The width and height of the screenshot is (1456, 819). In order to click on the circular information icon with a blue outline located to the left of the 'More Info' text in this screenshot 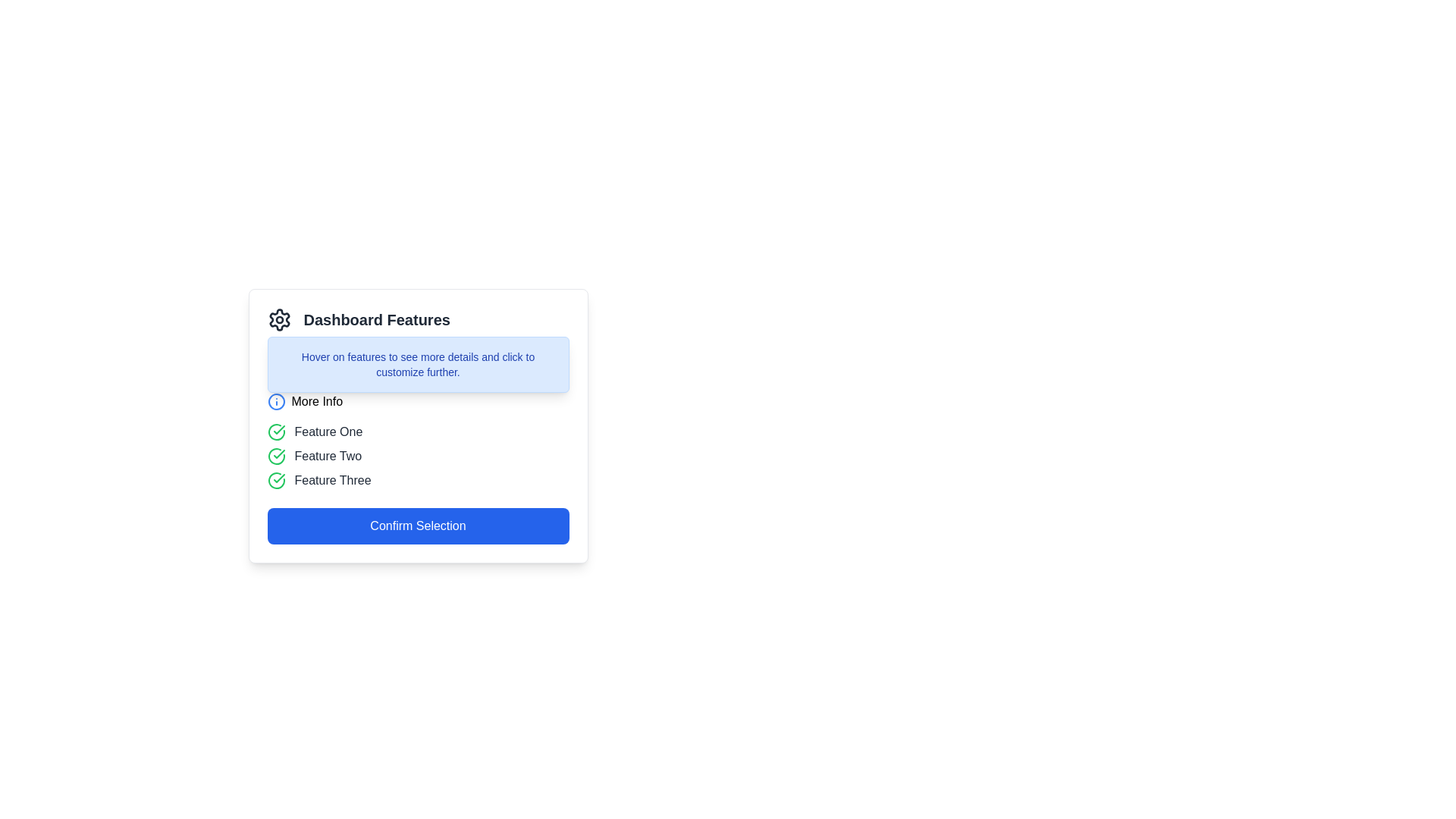, I will do `click(276, 400)`.